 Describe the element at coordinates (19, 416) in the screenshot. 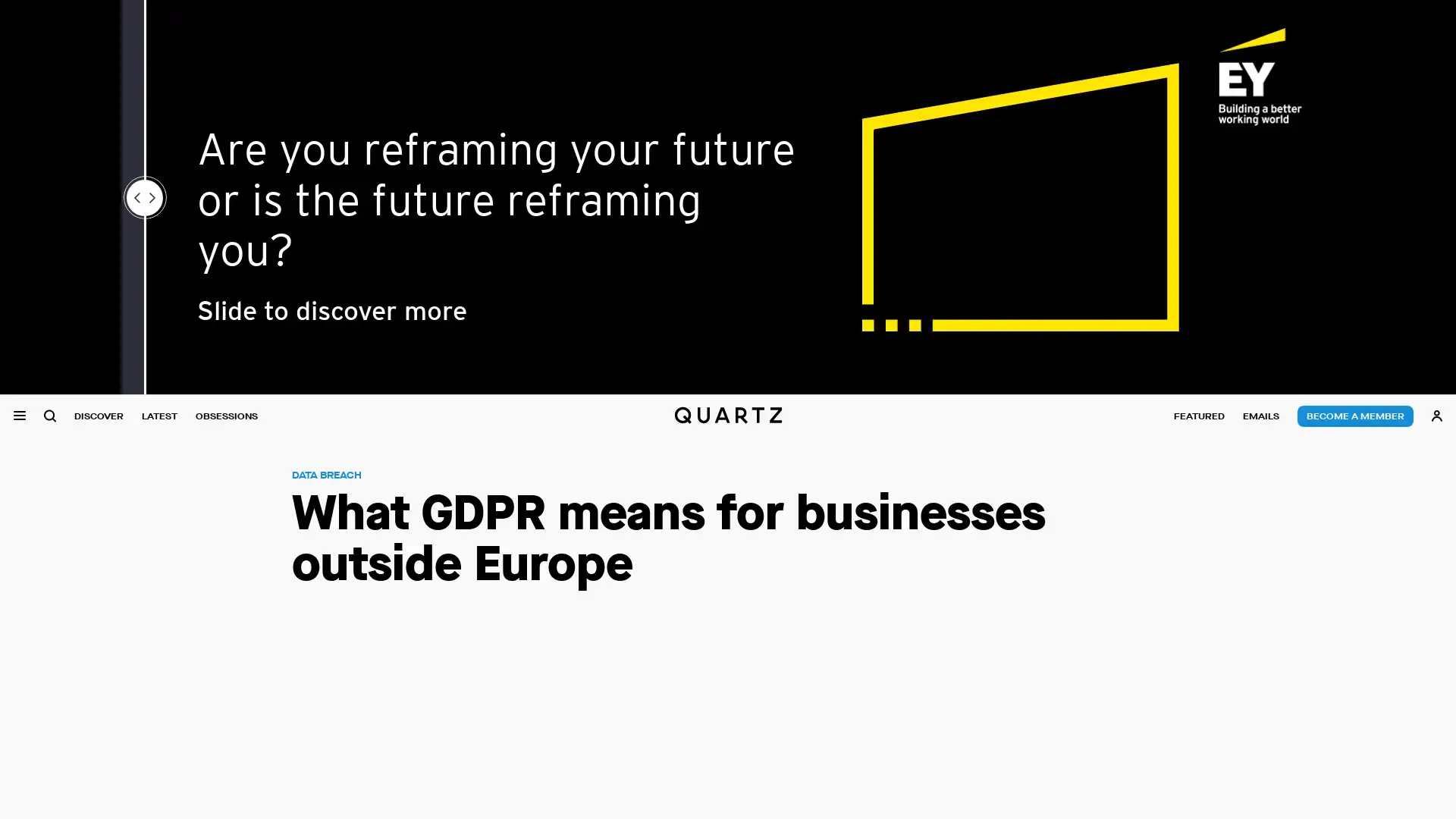

I see `Toggle menu` at that location.